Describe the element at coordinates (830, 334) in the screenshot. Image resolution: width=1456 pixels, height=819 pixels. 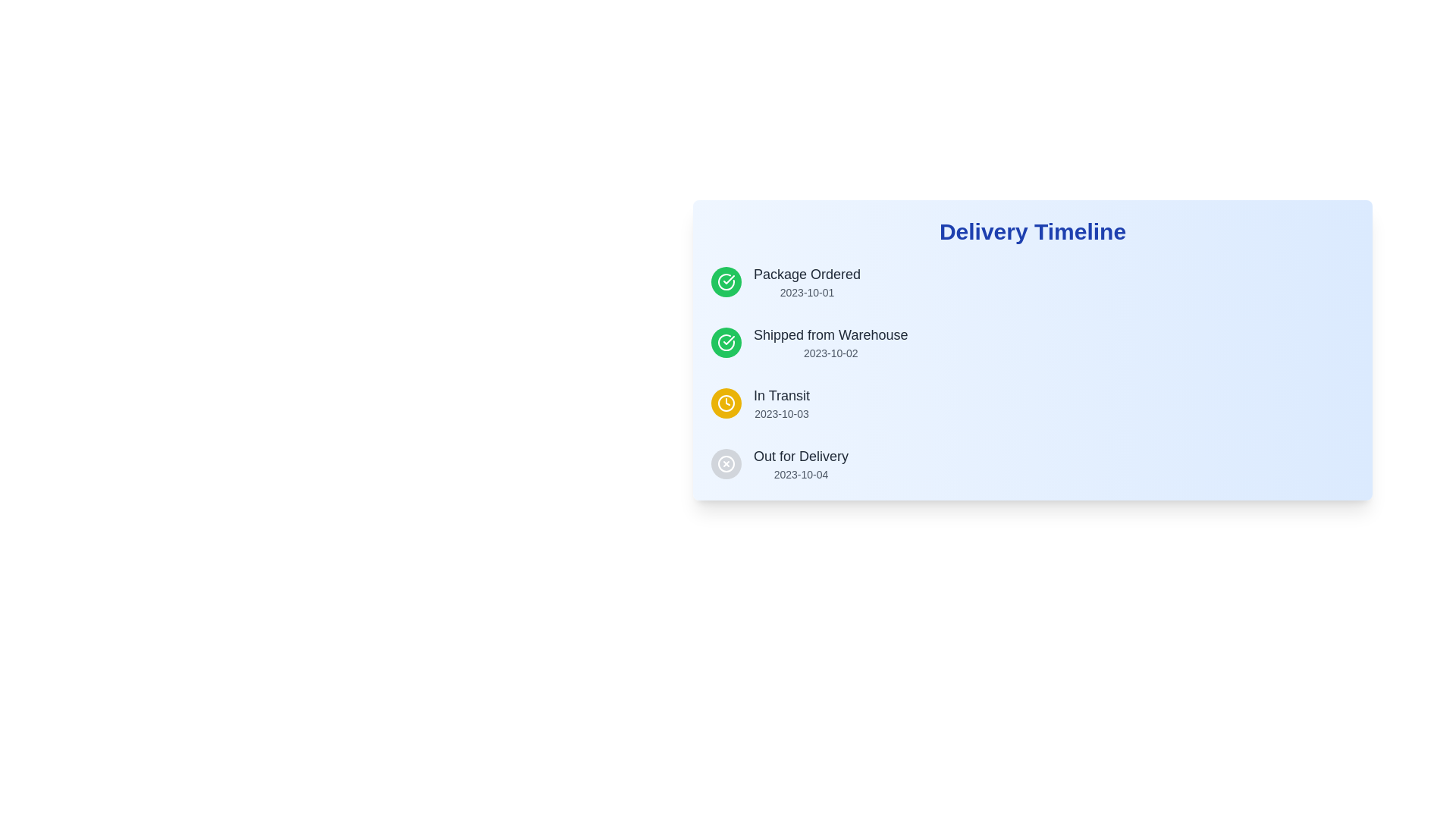
I see `the static text label displaying 'Shipped from Warehouse', which is positioned in the delivery timeline interface, located below the 'Package Ordered' stage and above the '2023-10-02' date text` at that location.